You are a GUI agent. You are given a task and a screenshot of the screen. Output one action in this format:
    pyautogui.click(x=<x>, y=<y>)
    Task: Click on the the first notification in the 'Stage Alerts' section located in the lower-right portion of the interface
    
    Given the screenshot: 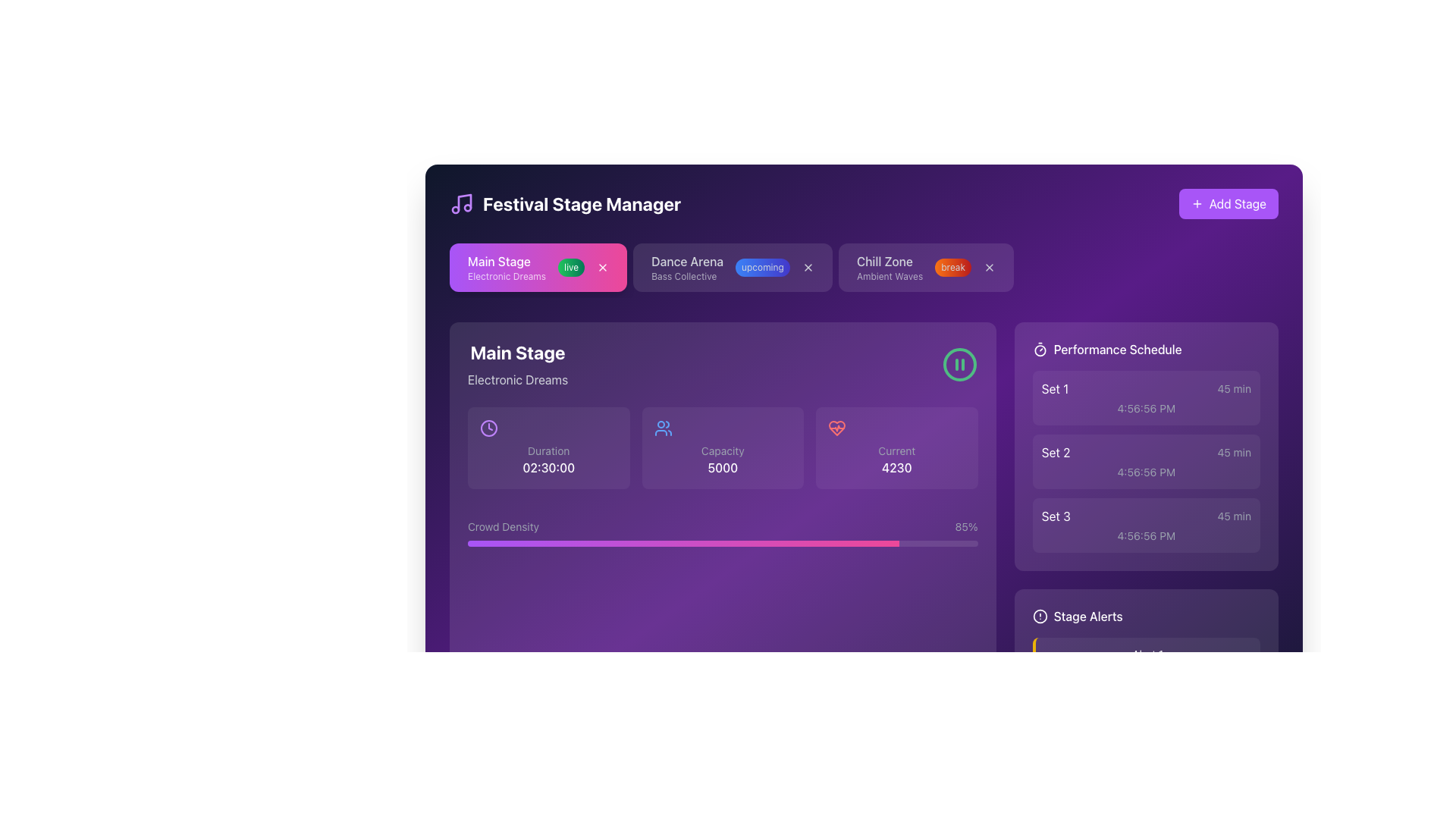 What is the action you would take?
    pyautogui.click(x=1146, y=661)
    